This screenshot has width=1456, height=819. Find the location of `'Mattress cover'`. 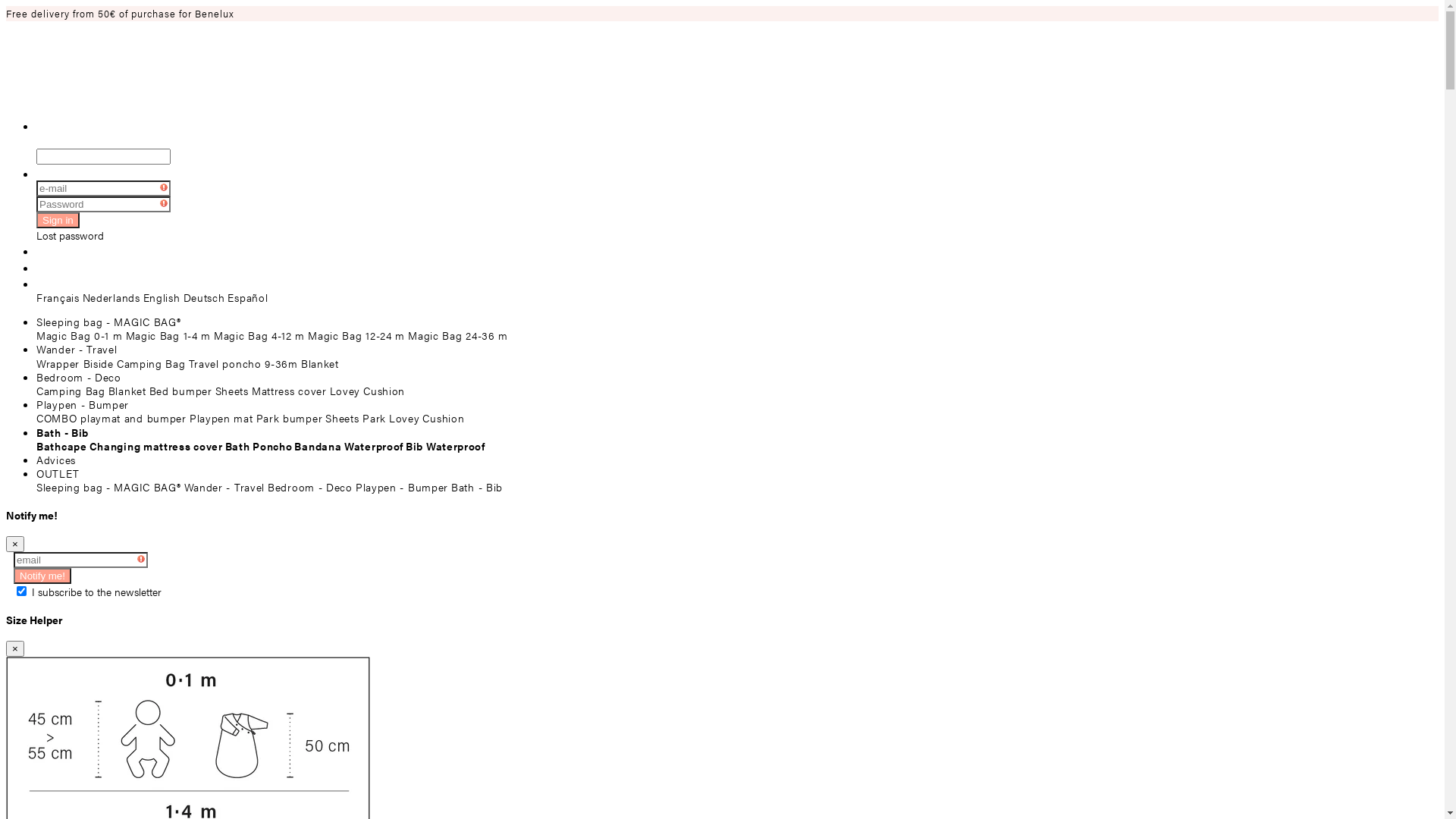

'Mattress cover' is located at coordinates (289, 390).